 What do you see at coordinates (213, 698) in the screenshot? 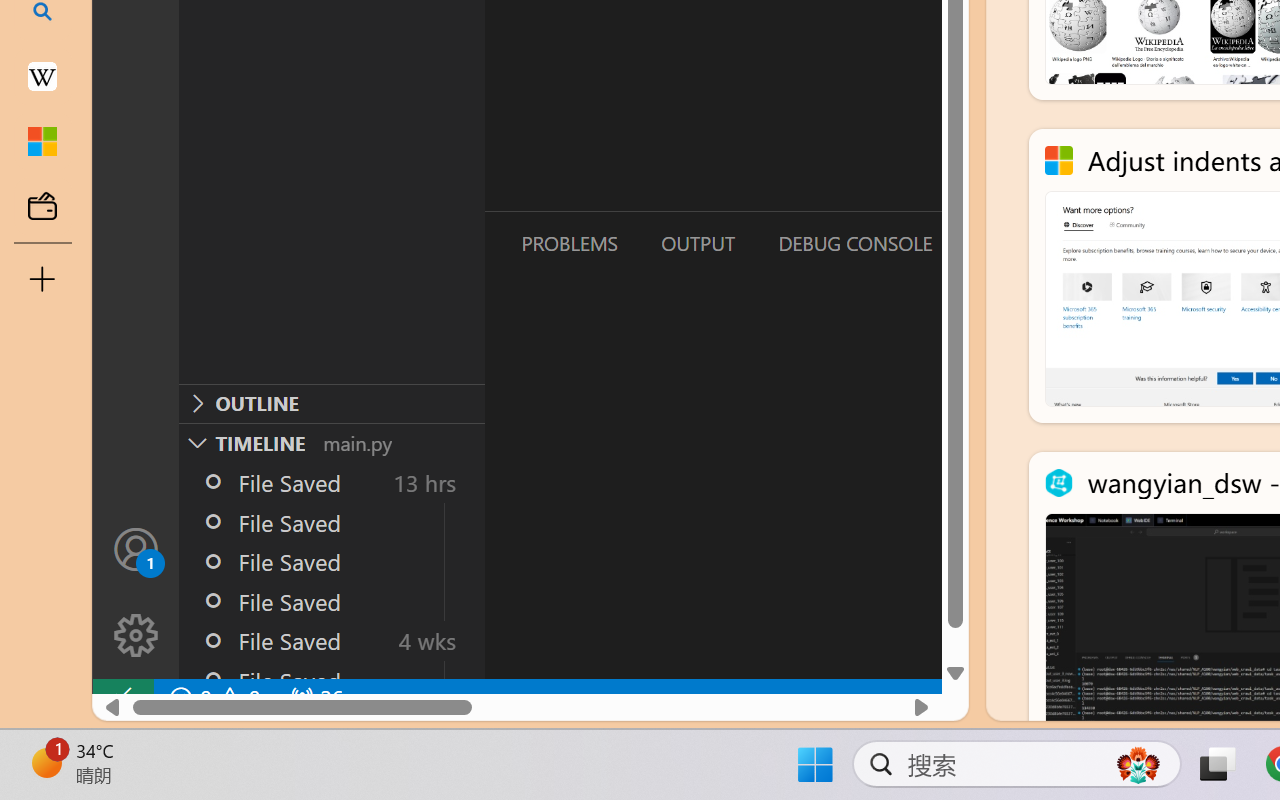
I see `'No Problems'` at bounding box center [213, 698].